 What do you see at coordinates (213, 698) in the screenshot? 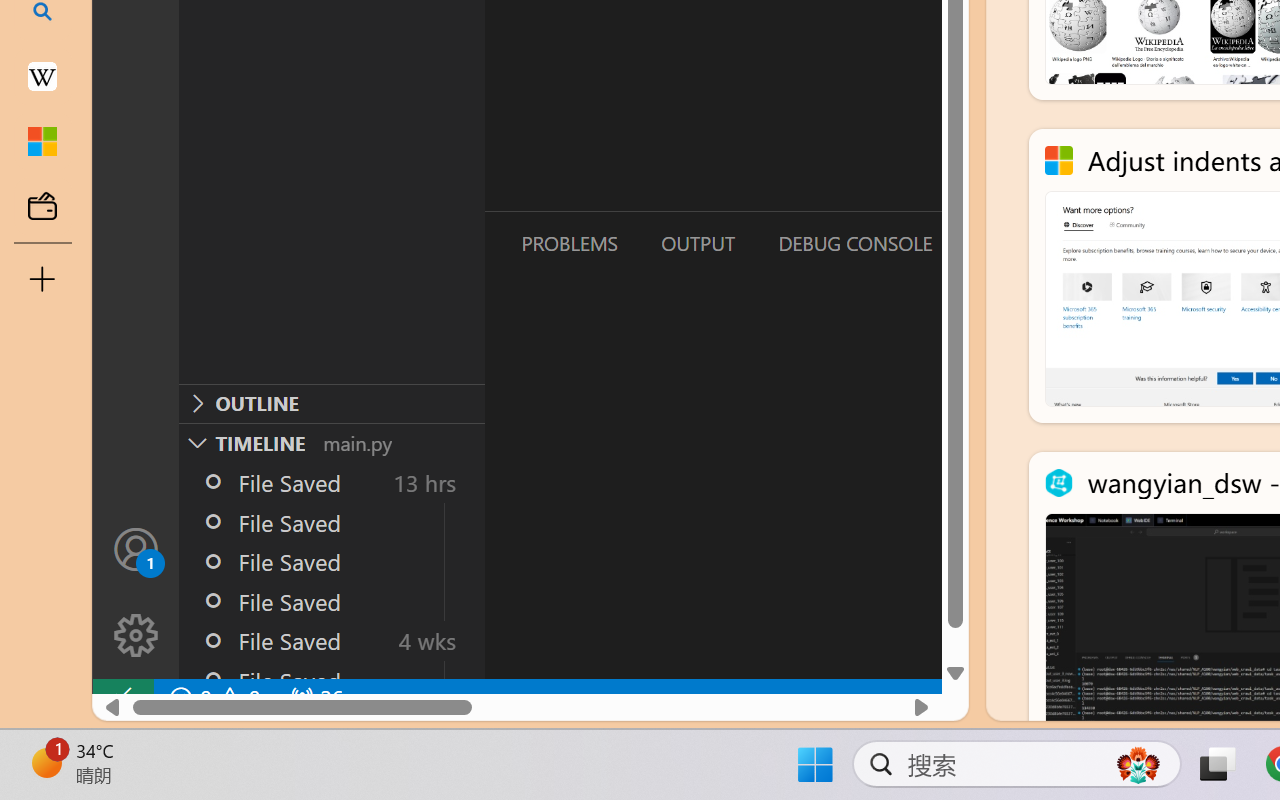
I see `'No Problems'` at bounding box center [213, 698].